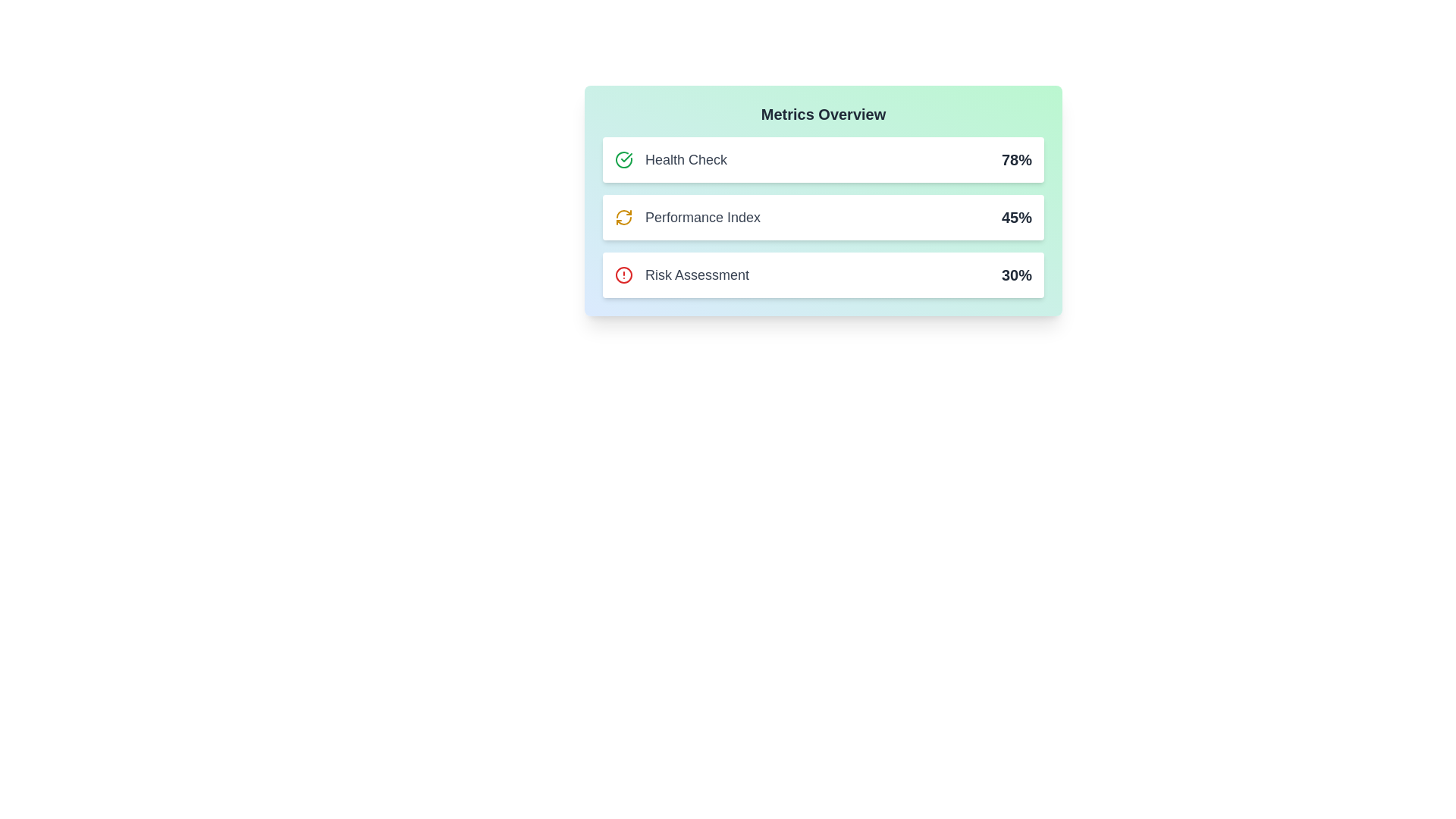 This screenshot has height=819, width=1456. Describe the element at coordinates (696, 275) in the screenshot. I see `the static text element in the third entry of the 'Metrics Overview' list, which describes the associated metric and is aligned with a red alert icon and a numerical representation ('30%')` at that location.